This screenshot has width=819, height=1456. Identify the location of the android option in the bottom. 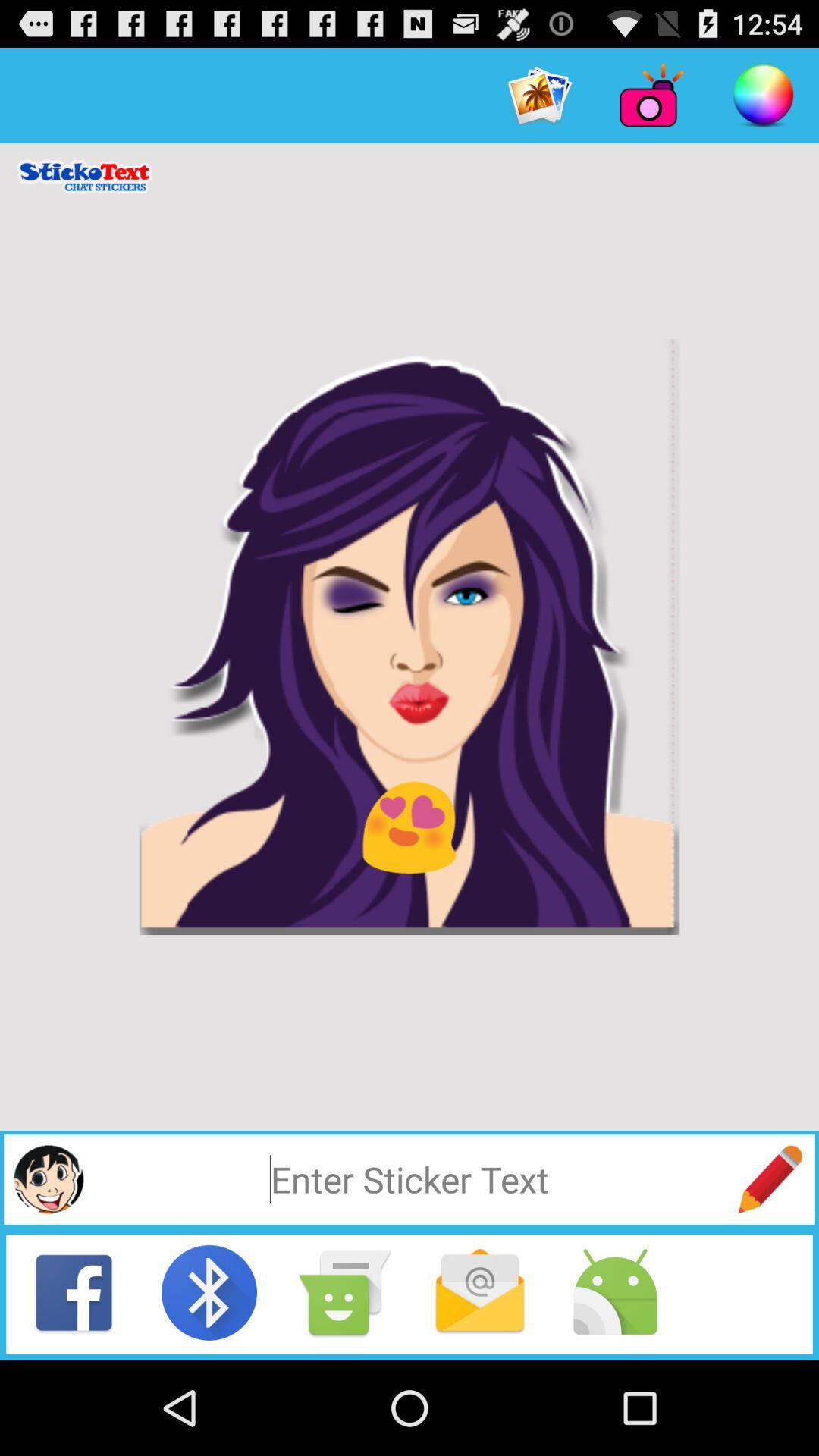
(616, 1291).